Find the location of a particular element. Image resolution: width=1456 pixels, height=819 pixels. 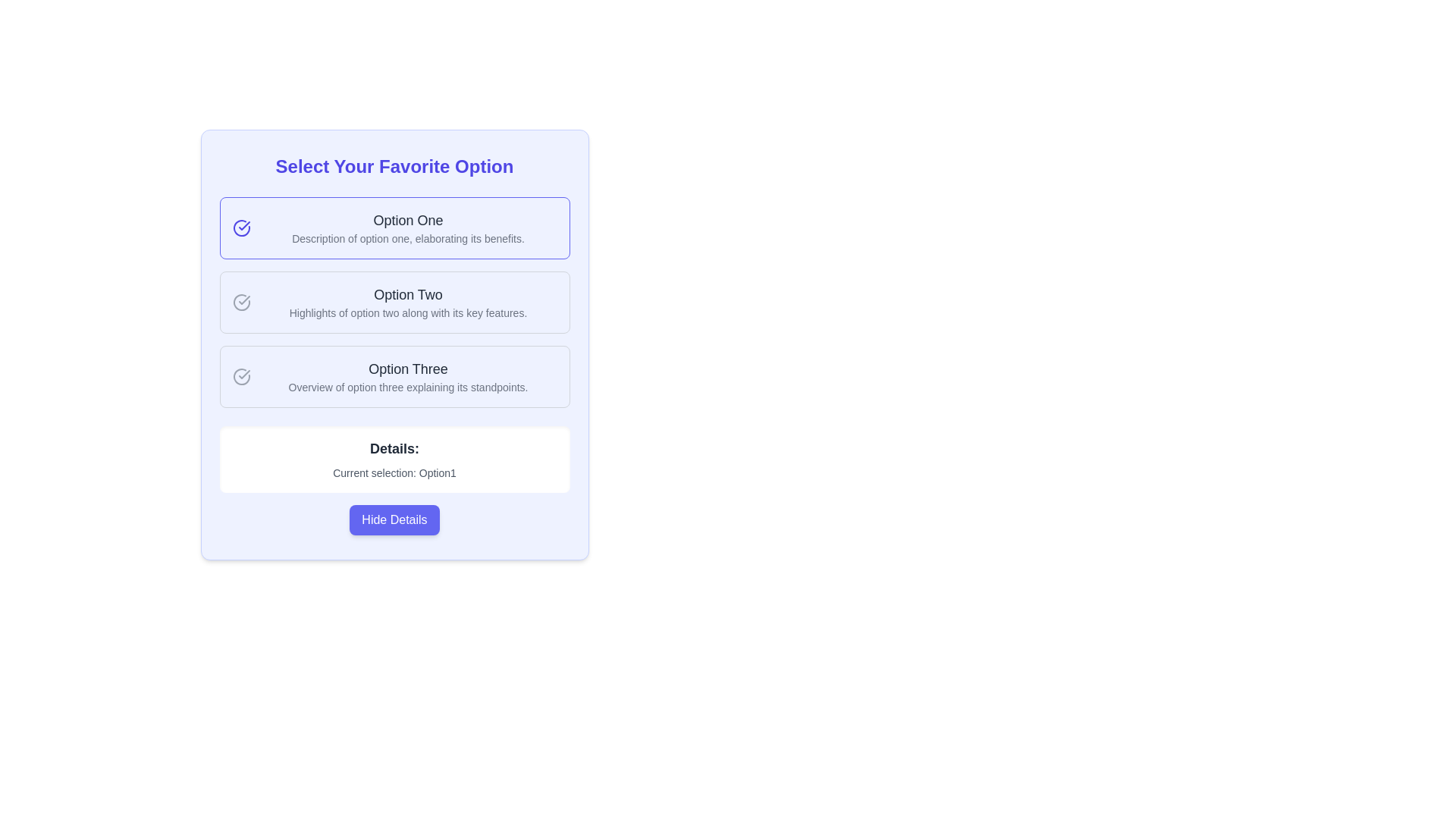

the text label that indicates the currently selected option, specifically the emphasized portion 'Option1' within the text block labeled 'Current selection: Option1' is located at coordinates (437, 472).